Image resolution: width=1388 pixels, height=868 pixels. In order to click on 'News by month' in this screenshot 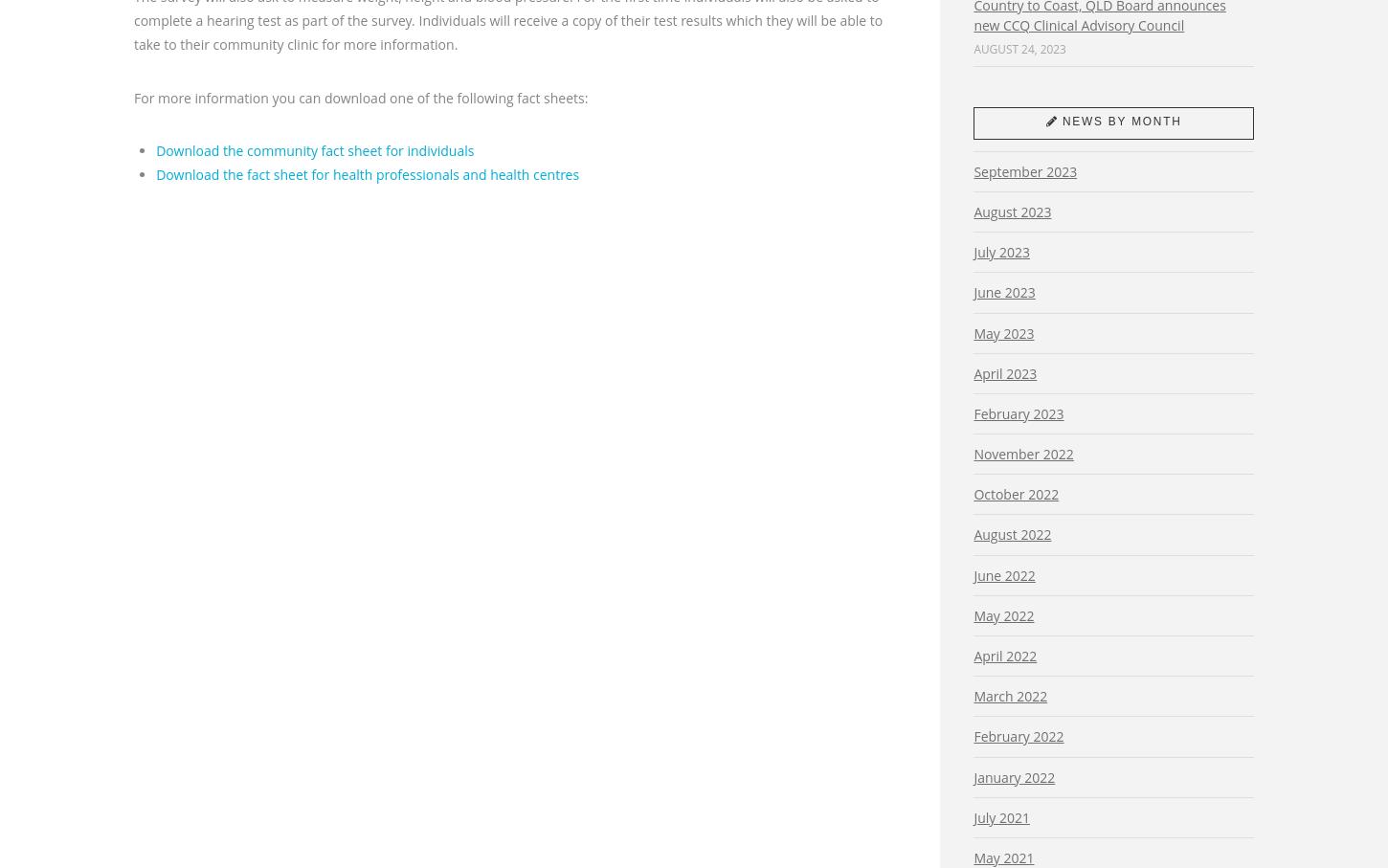, I will do `click(1120, 121)`.